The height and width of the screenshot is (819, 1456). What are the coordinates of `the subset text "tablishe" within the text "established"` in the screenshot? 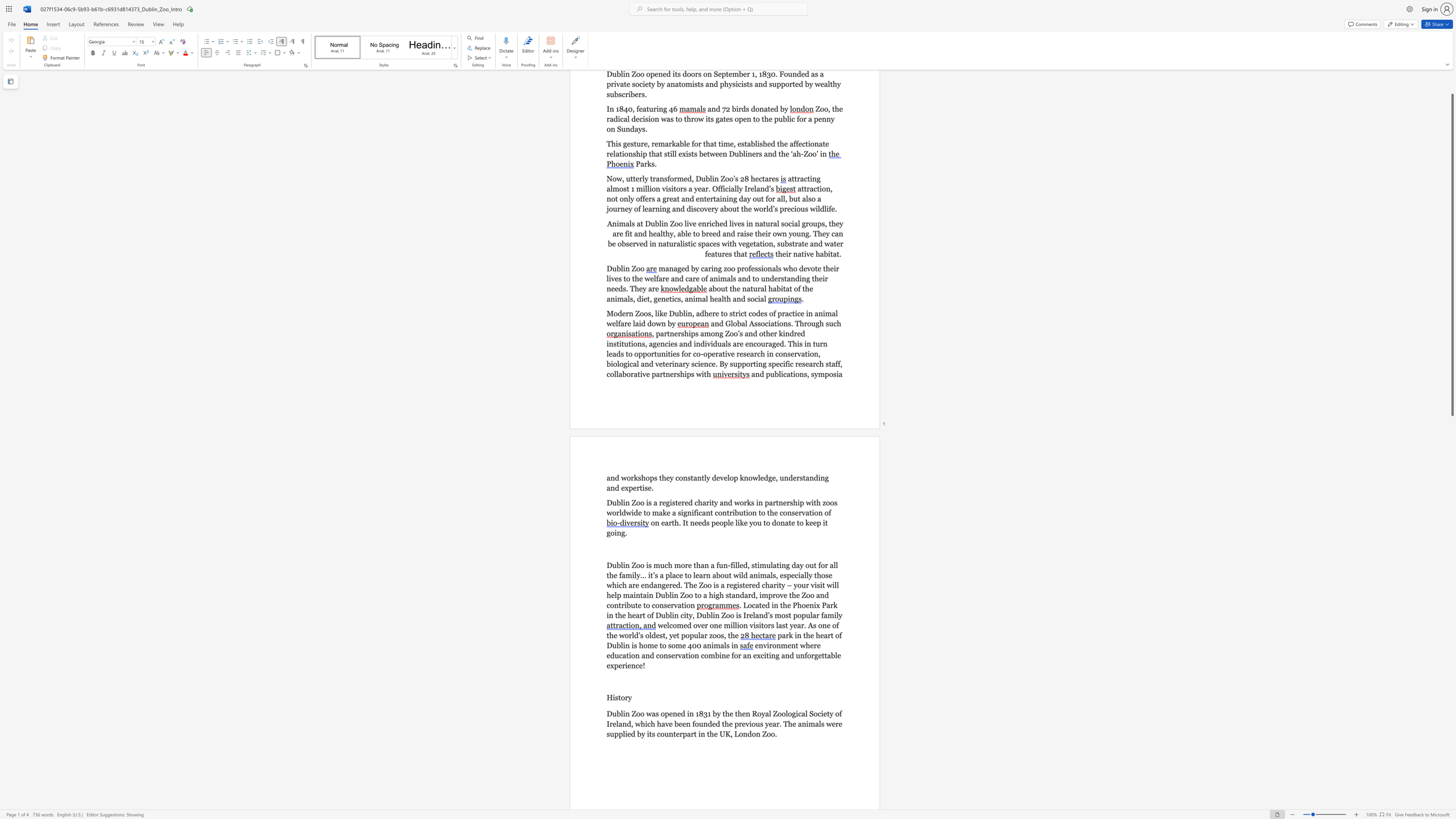 It's located at (744, 144).